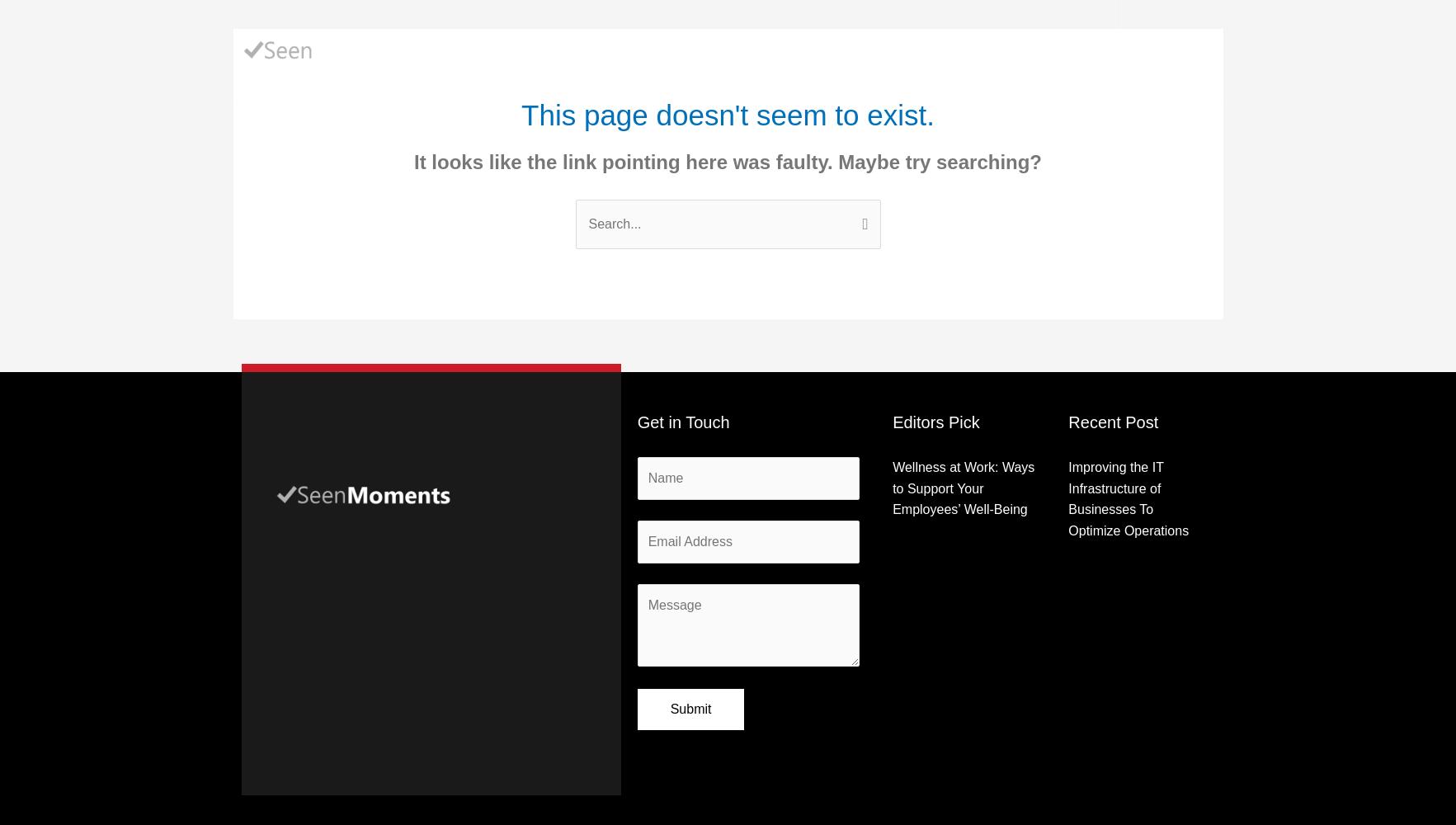 This screenshot has height=825, width=1456. What do you see at coordinates (1113, 422) in the screenshot?
I see `'Recent Post'` at bounding box center [1113, 422].